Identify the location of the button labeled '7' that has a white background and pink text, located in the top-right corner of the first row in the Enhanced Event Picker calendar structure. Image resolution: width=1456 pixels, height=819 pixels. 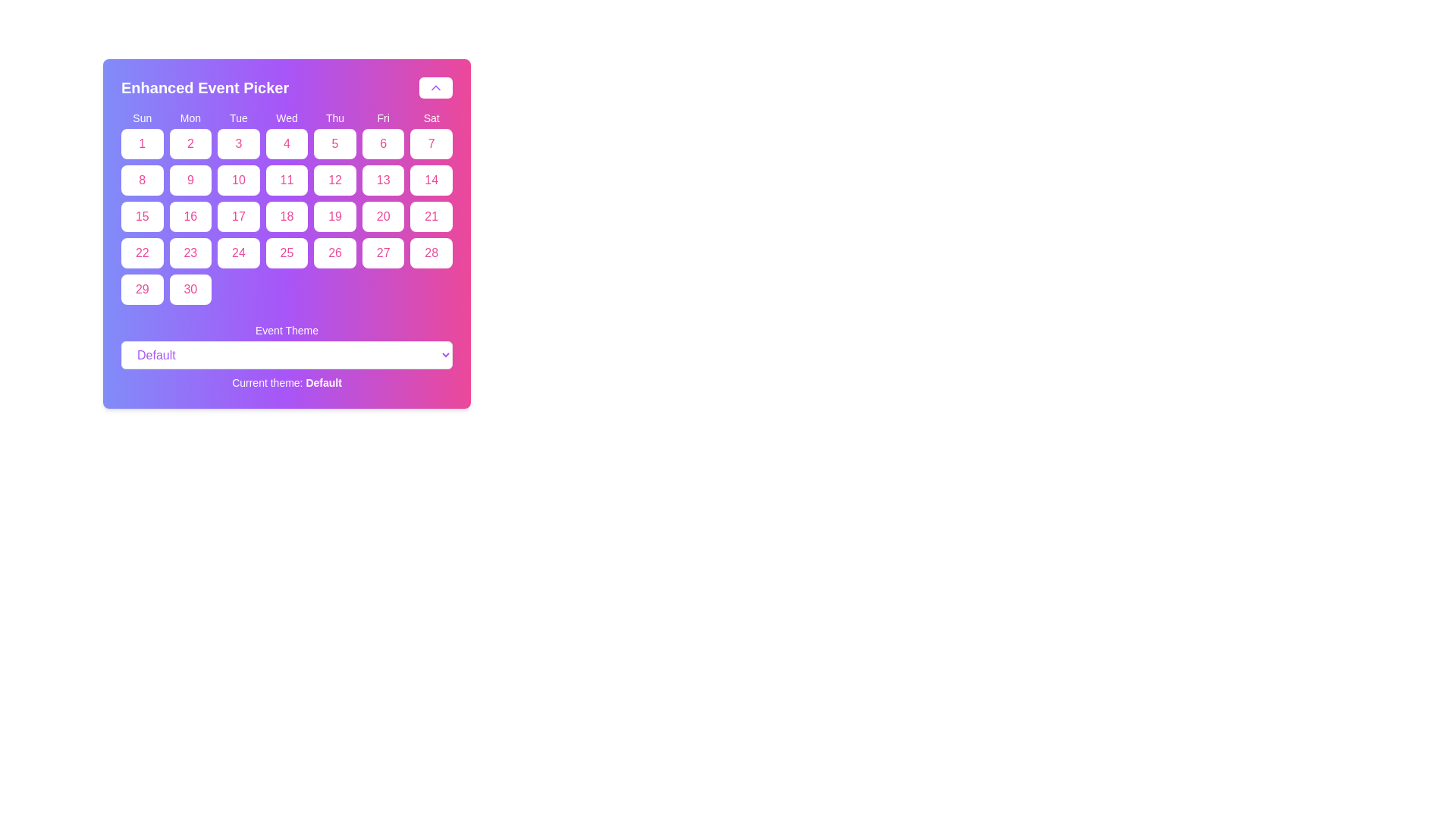
(431, 143).